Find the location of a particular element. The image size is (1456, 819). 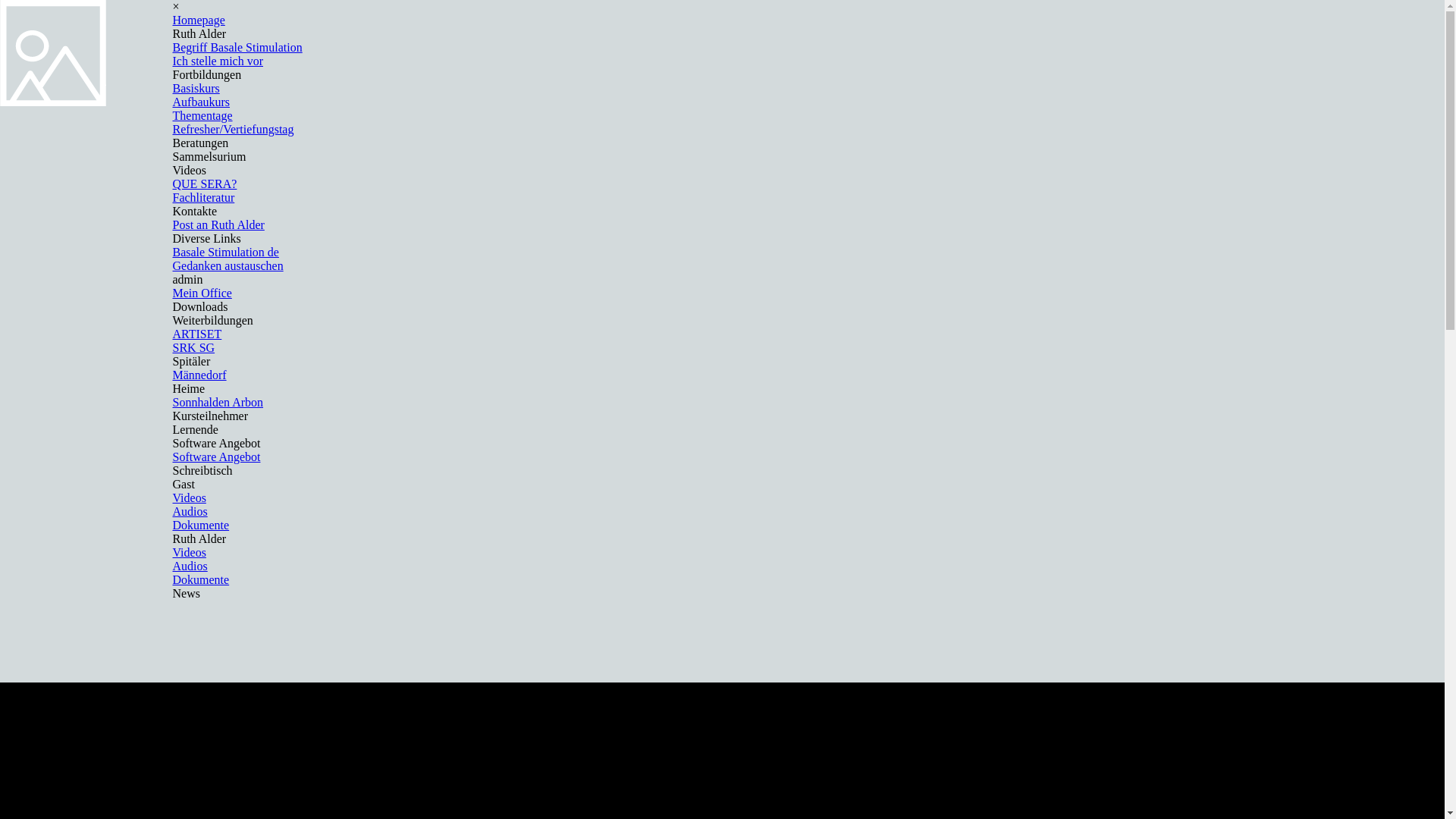

'Audios' is located at coordinates (172, 566).